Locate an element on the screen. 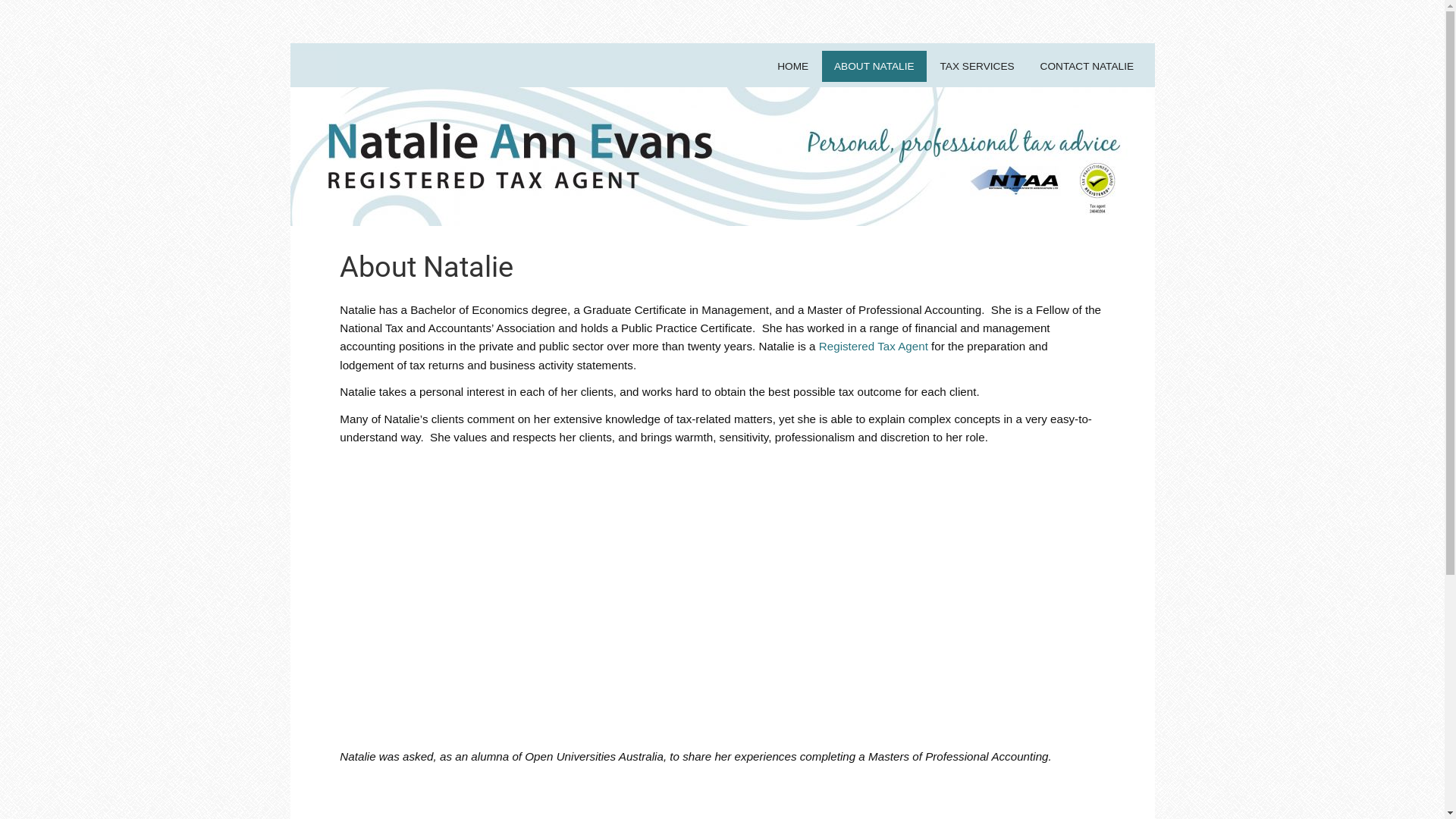 This screenshot has height=819, width=1456. 'TAX SERVICES' is located at coordinates (977, 65).